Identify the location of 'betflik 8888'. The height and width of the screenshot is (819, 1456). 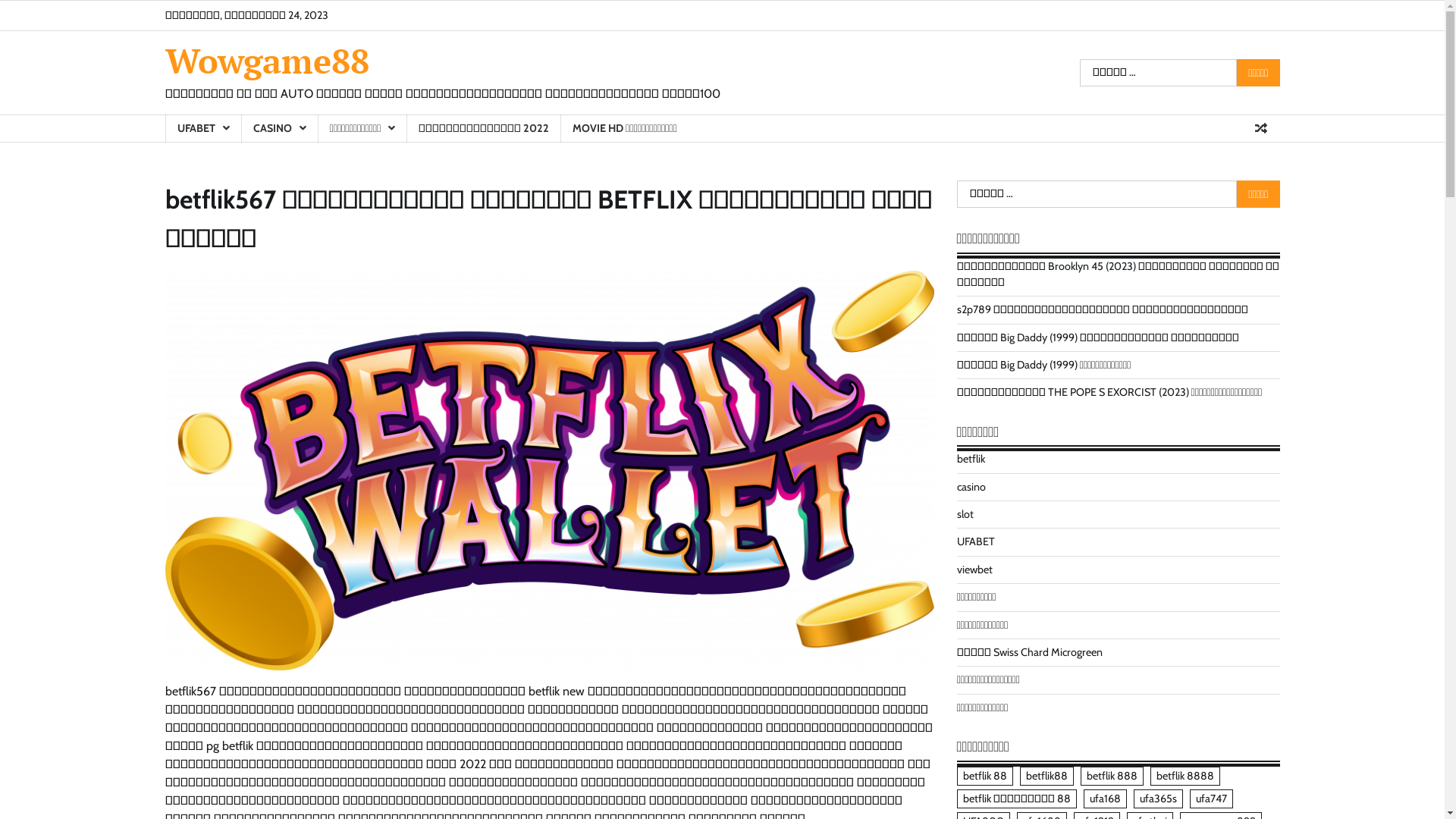
(1183, 776).